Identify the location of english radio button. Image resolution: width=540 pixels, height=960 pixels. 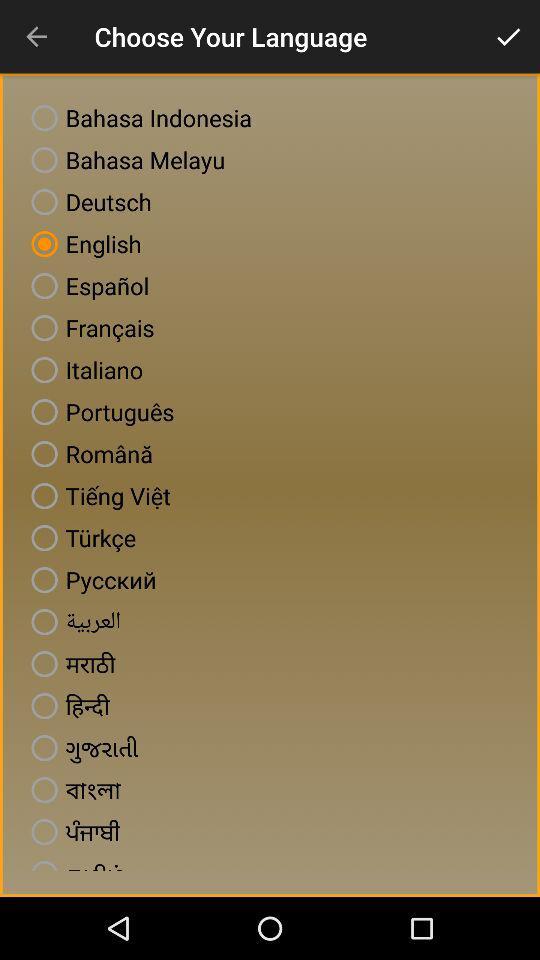
(81, 243).